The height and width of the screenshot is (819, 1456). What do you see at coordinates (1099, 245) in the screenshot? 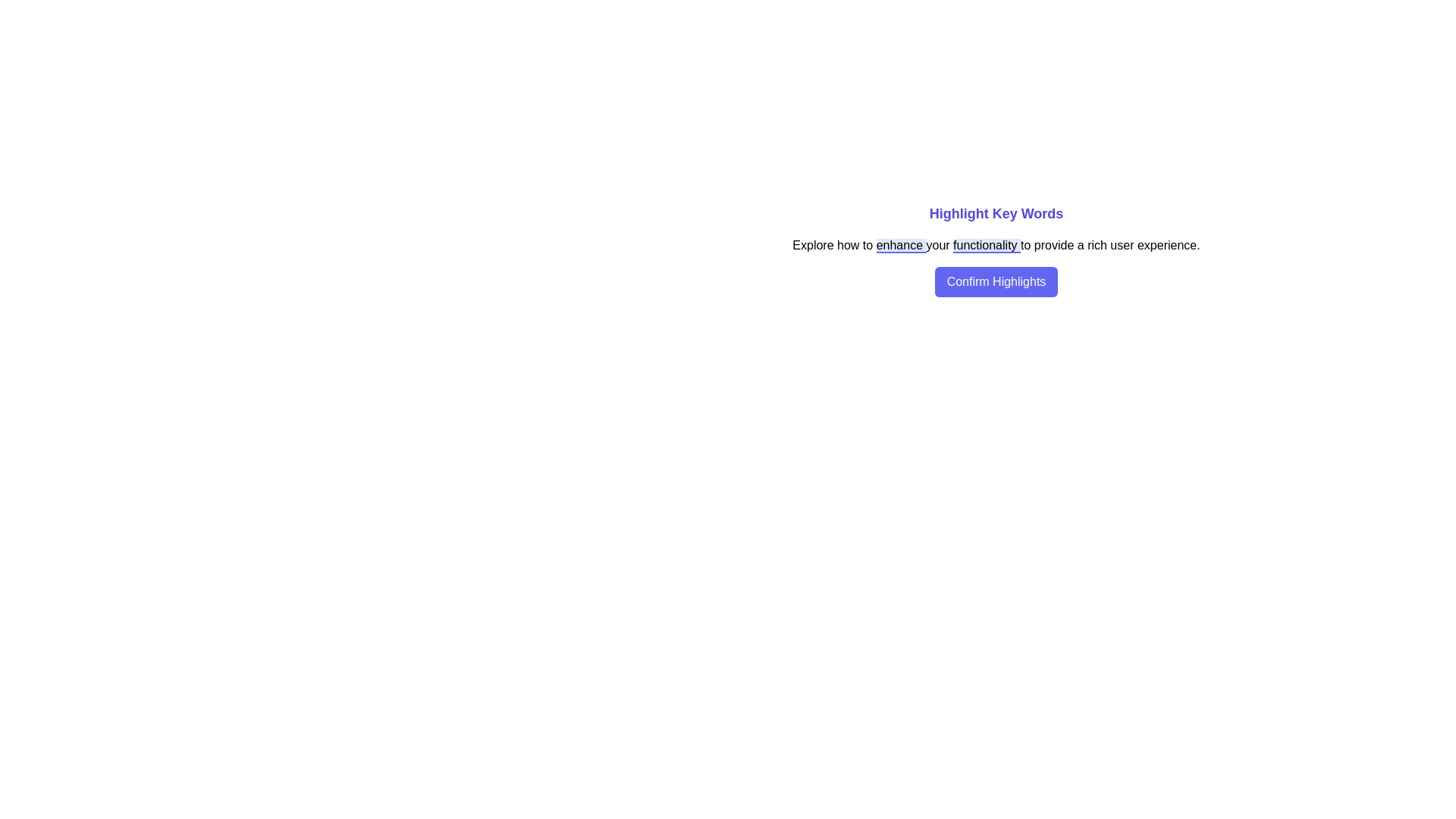
I see `the static text element that is the ninth word in the sentence 'Explore how to enhance your functionality to provide a rich user experience.' located beneath the heading 'Highlight Key Words'` at bounding box center [1099, 245].